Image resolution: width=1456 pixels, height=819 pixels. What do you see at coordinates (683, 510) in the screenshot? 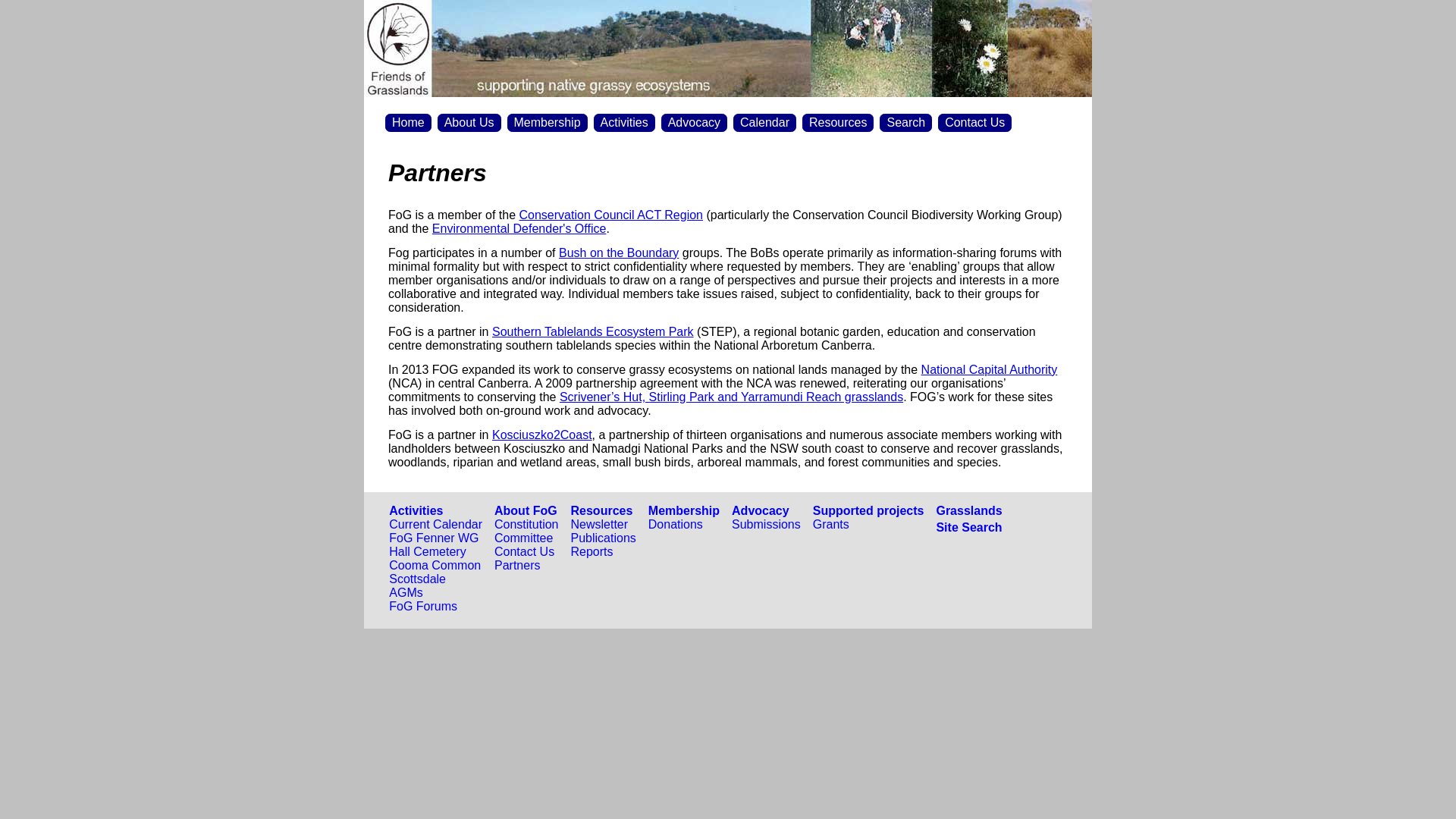
I see `'Membership'` at bounding box center [683, 510].